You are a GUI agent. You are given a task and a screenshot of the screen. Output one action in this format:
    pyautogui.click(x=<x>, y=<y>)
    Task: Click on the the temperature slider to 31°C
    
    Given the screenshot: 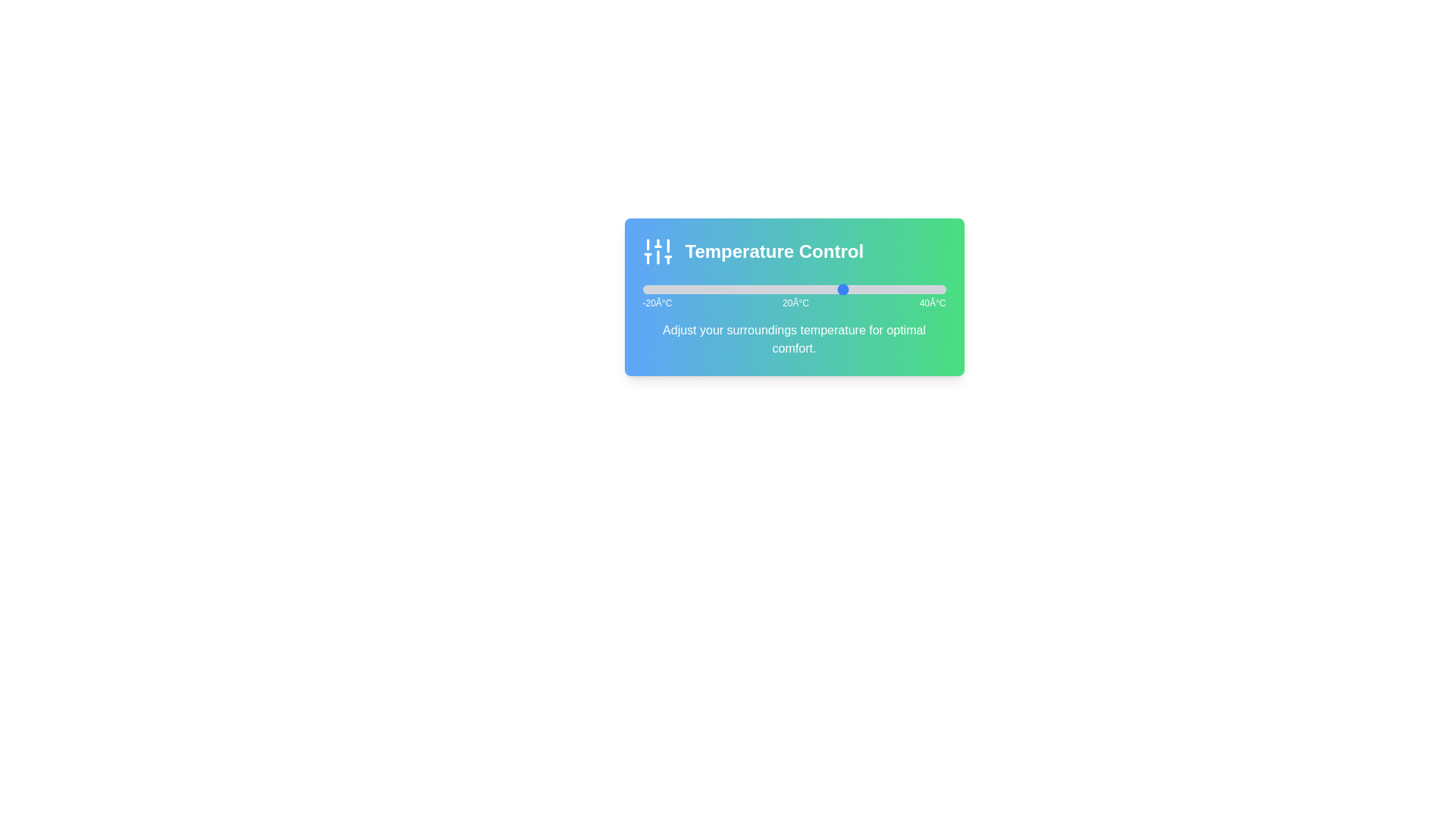 What is the action you would take?
    pyautogui.click(x=900, y=289)
    